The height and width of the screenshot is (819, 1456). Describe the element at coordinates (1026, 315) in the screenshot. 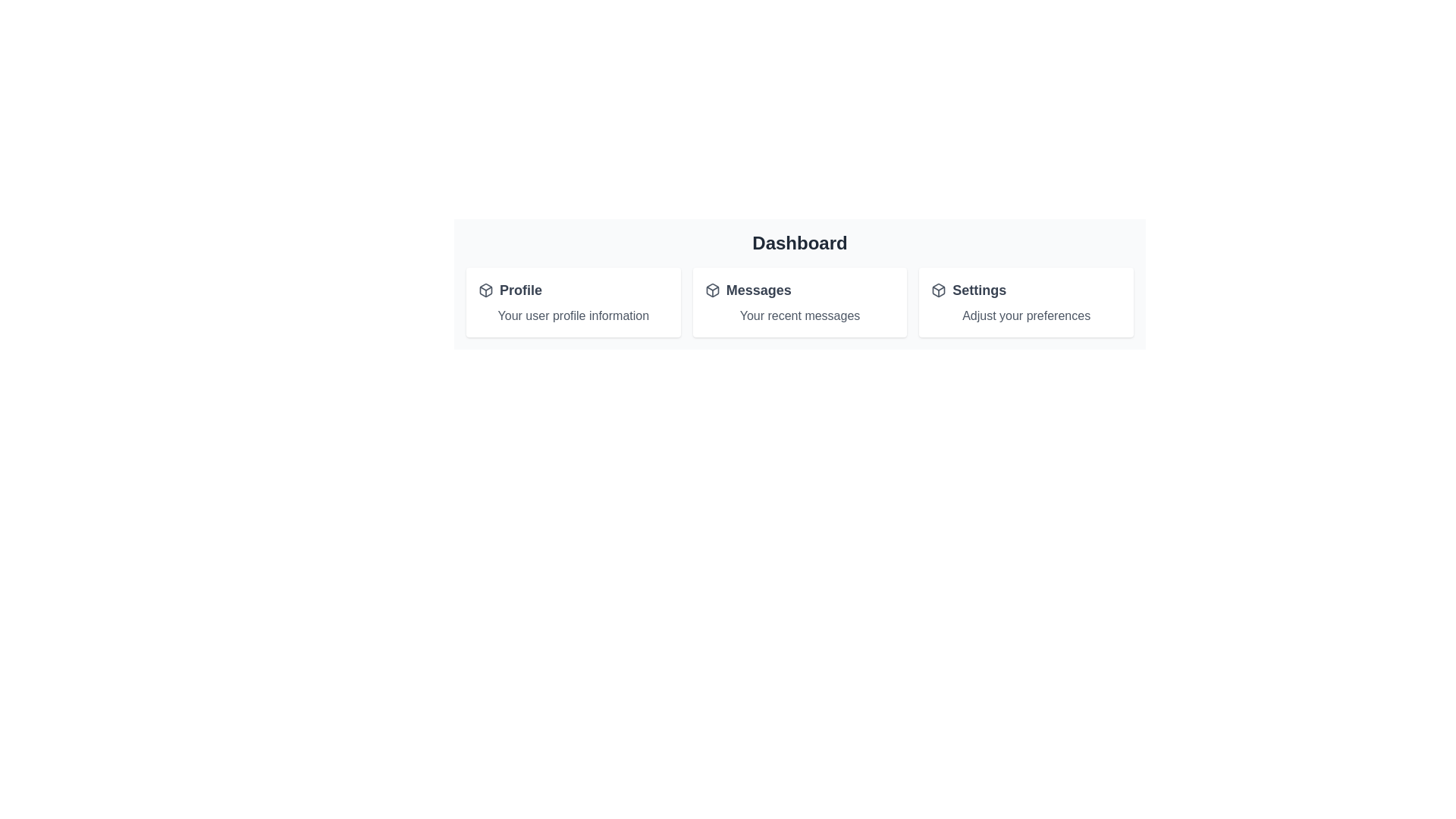

I see `the descriptive text label located at the bottom of the 'Settings' card, which provides guidance related to the 'Settings' section` at that location.